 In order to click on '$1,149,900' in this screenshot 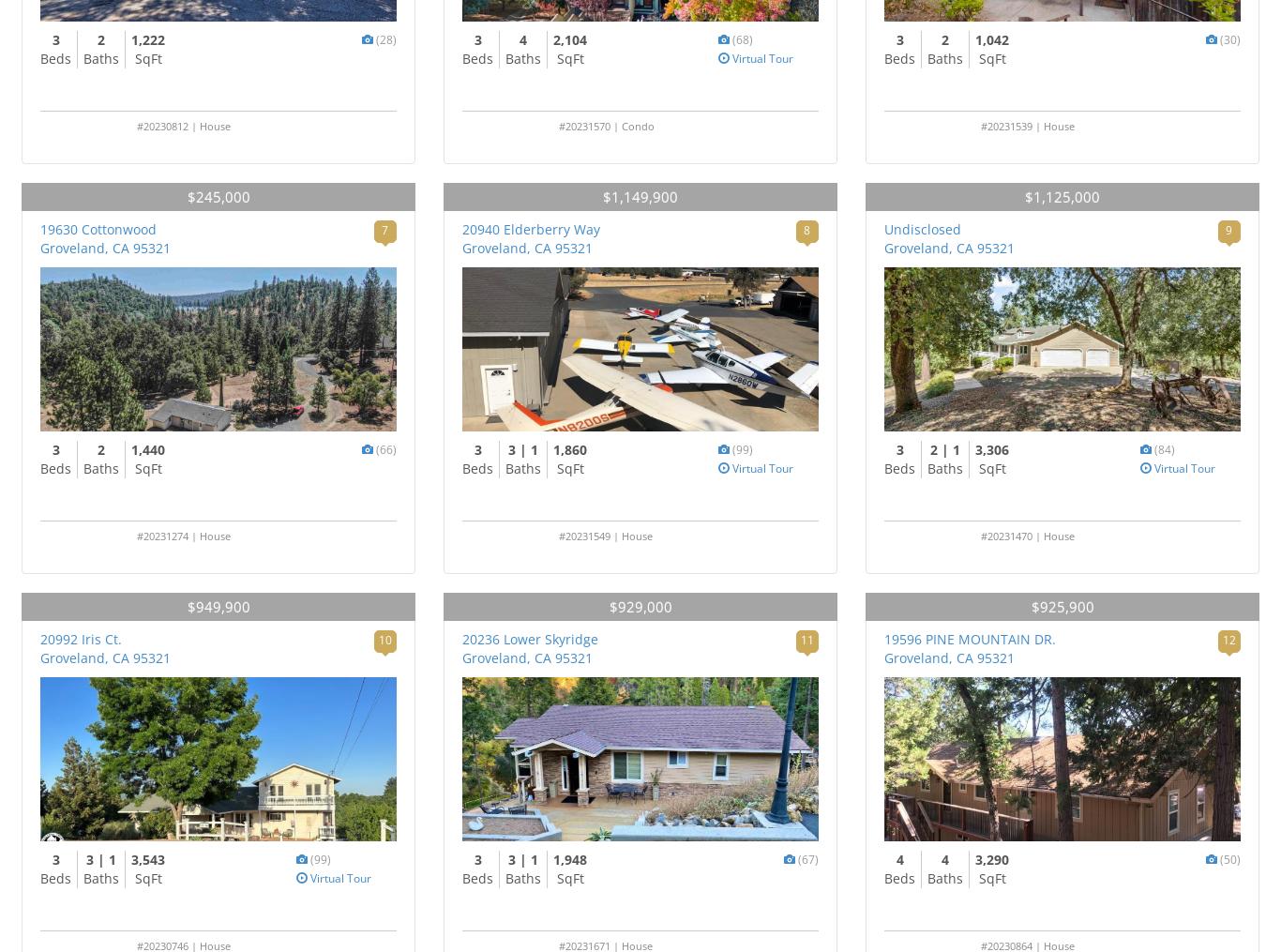, I will do `click(640, 196)`.